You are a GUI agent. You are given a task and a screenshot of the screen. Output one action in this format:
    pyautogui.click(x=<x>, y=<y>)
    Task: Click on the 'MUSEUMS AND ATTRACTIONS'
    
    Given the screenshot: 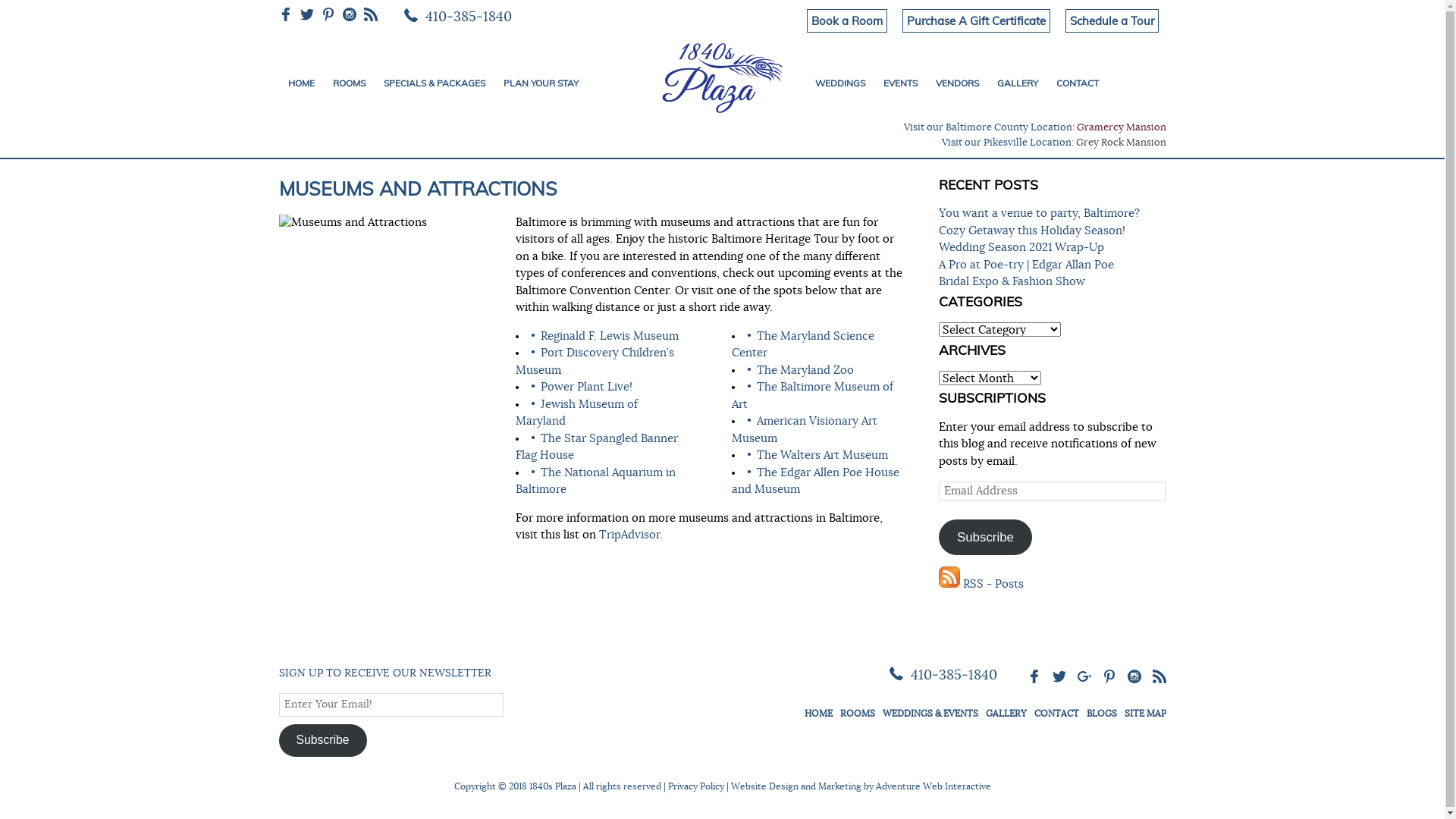 What is the action you would take?
    pyautogui.click(x=418, y=187)
    